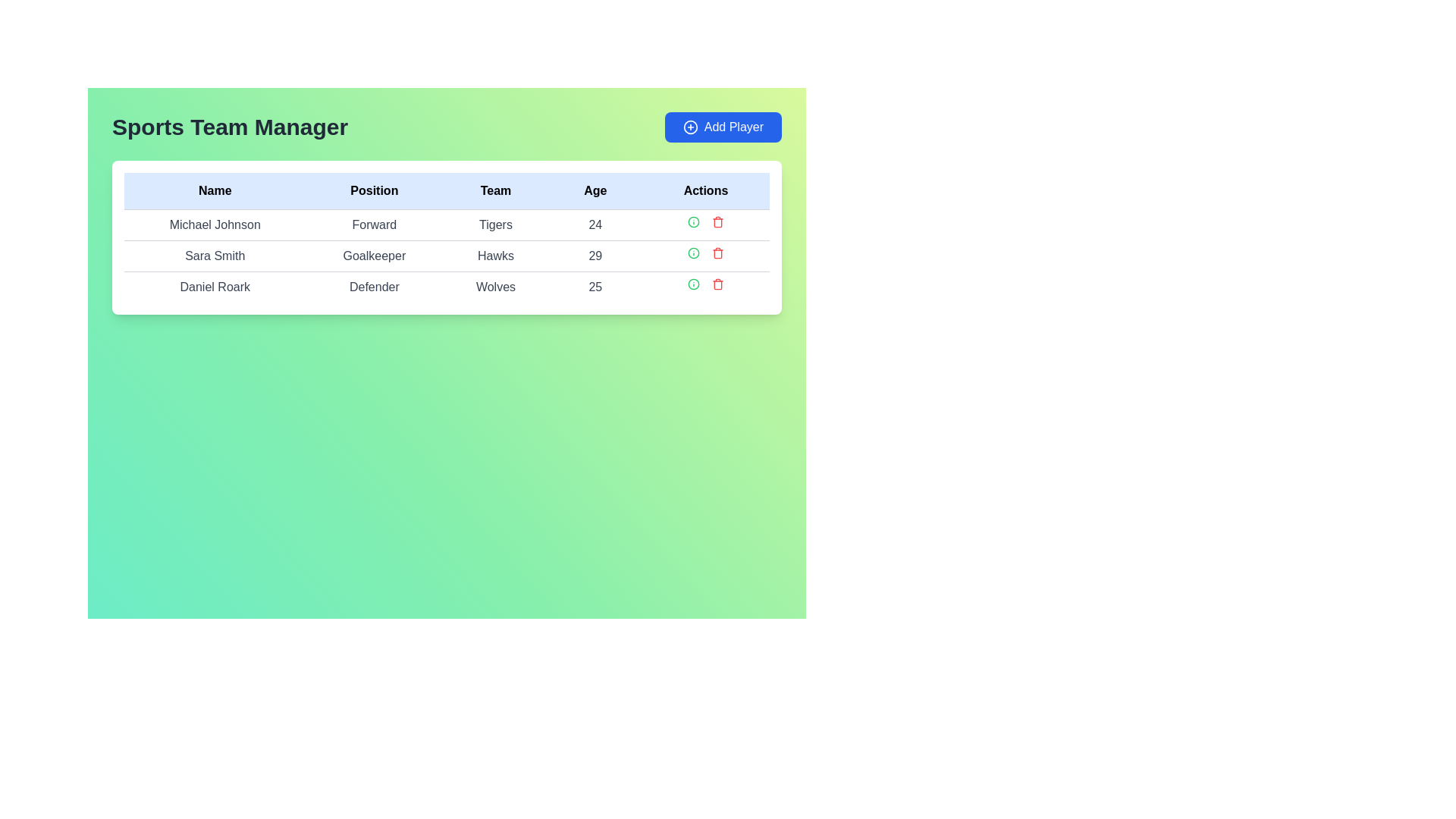  Describe the element at coordinates (705, 222) in the screenshot. I see `the green info icon in the actions column of the table row for 'Michael Johnson'` at that location.